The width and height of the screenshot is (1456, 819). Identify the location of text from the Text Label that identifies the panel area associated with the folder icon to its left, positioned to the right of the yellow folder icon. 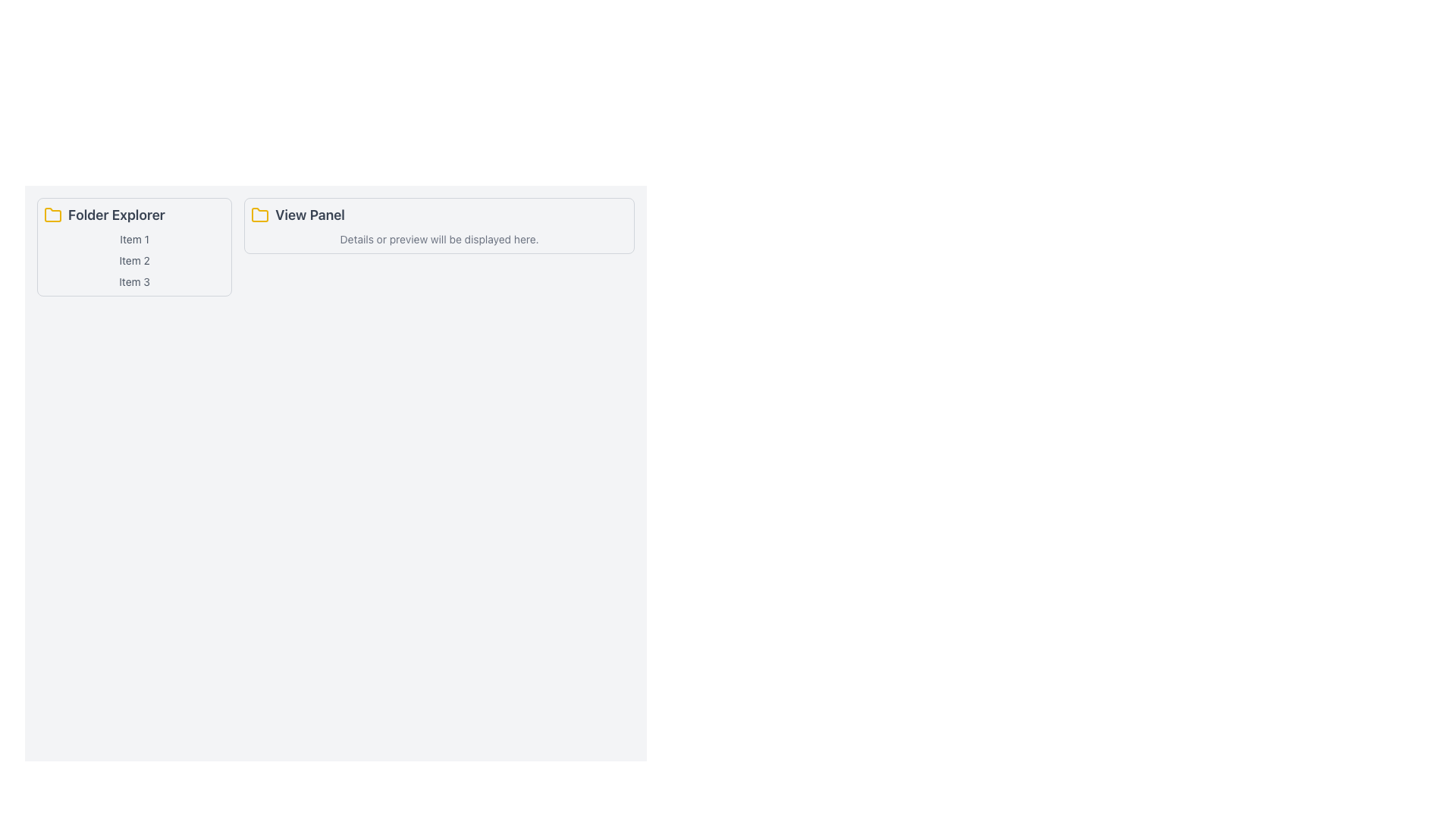
(309, 215).